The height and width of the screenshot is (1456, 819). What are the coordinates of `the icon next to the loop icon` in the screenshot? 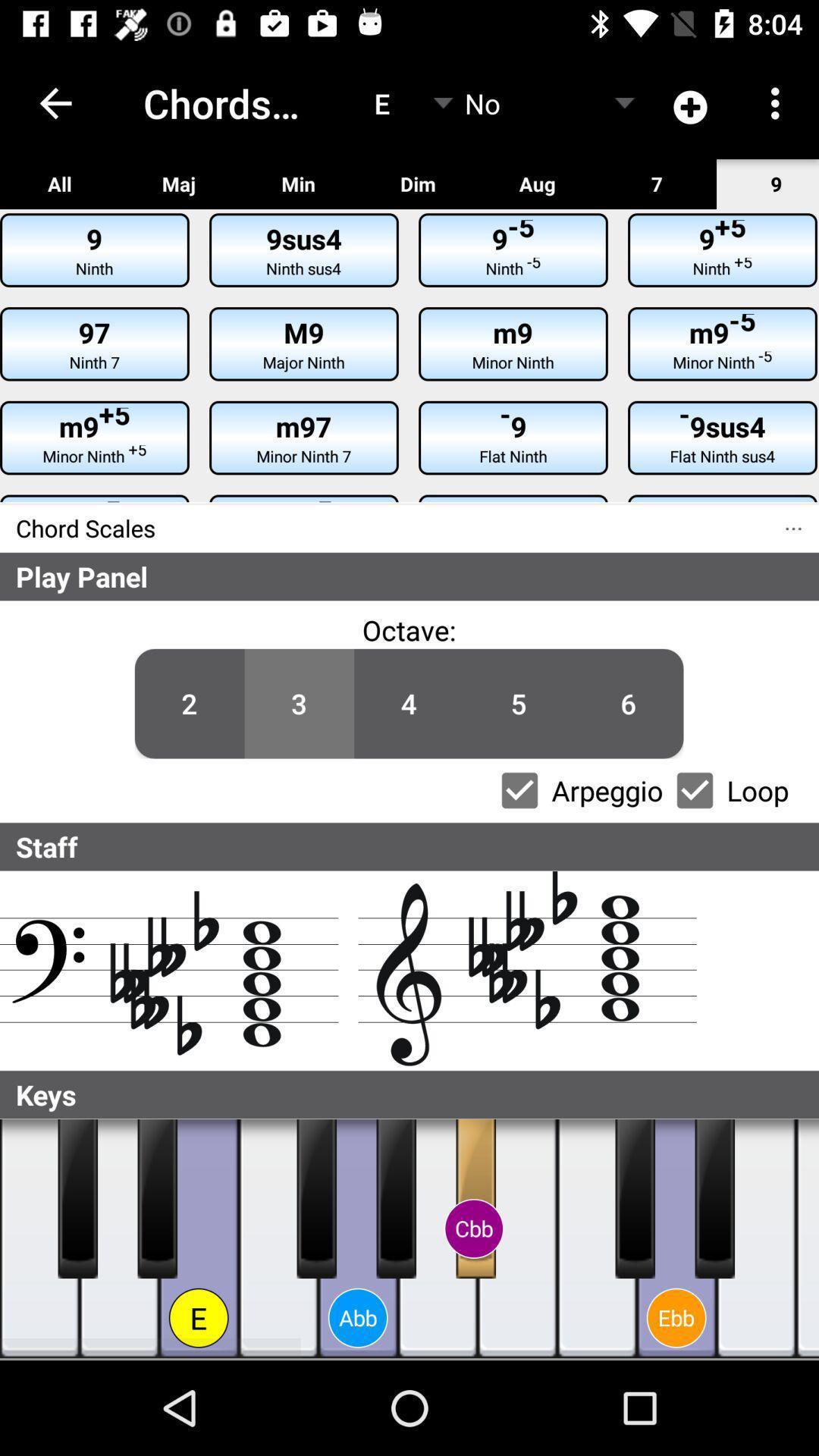 It's located at (629, 703).